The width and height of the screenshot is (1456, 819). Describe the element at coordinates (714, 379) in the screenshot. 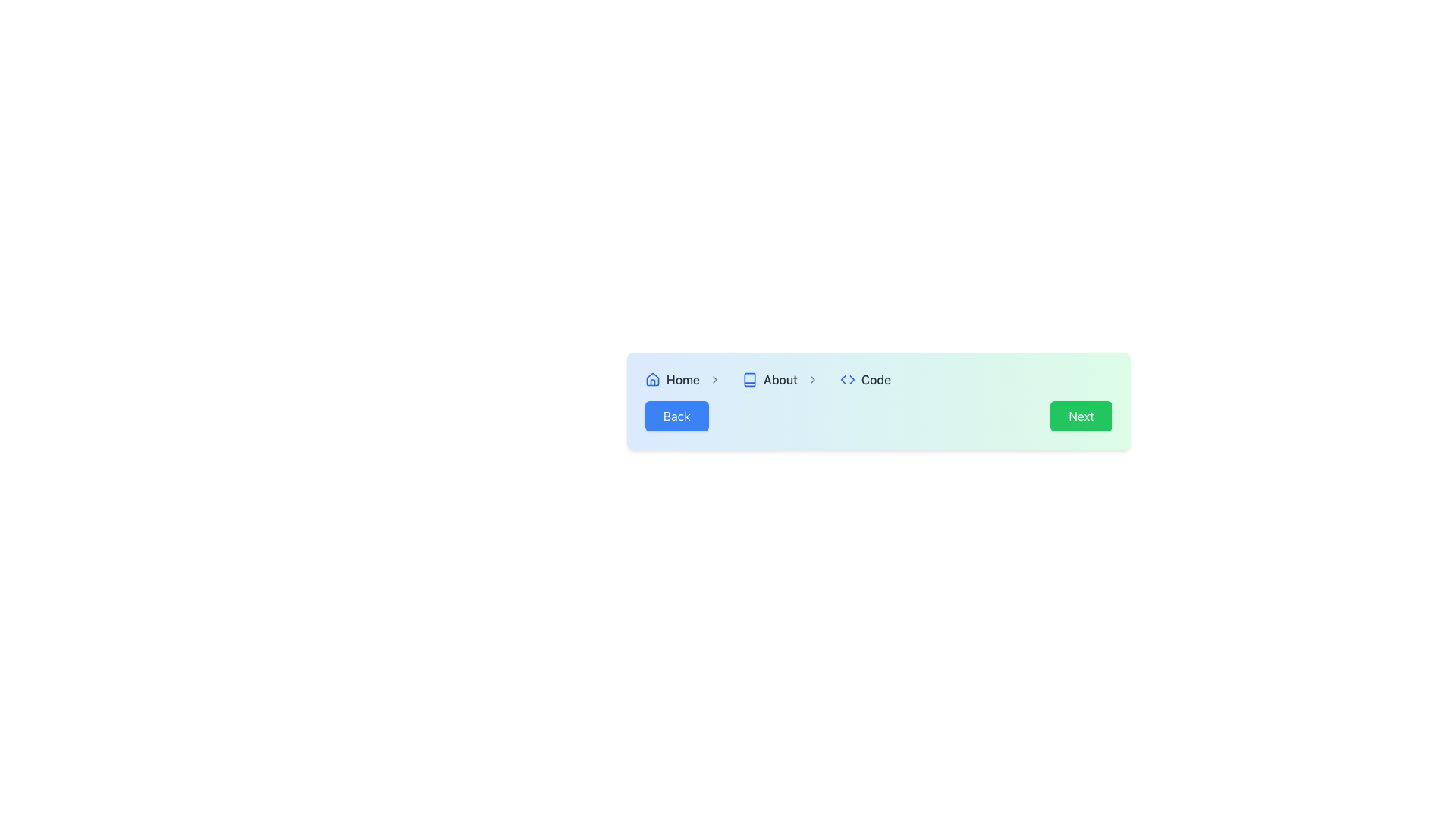

I see `the non-interactive SVG graphic that visually separates the navigation parts in the breadcrumb interface, located to the right of the 'Home' text` at that location.